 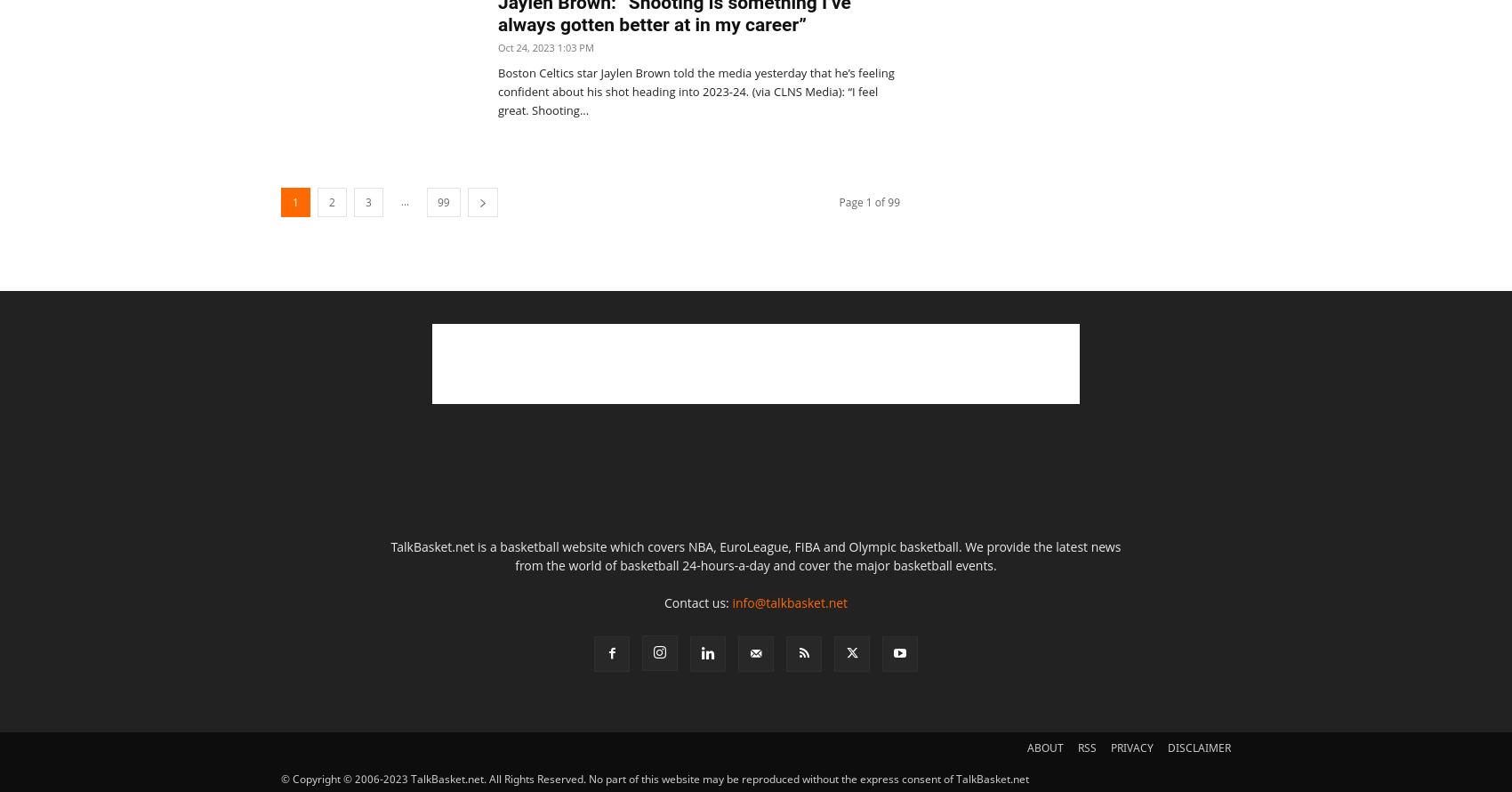 I want to click on '3', so click(x=366, y=201).